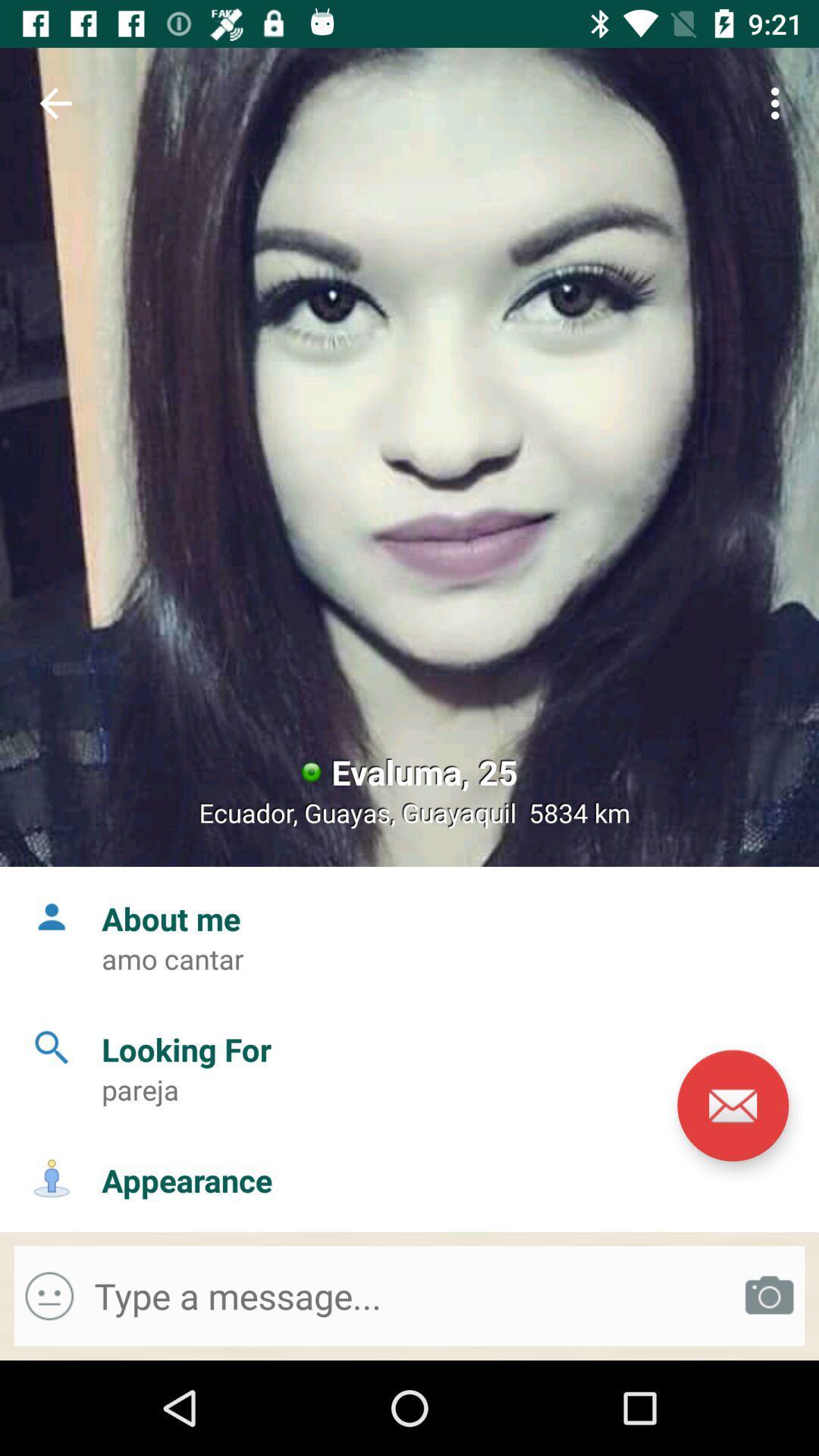 This screenshot has width=819, height=1456. Describe the element at coordinates (732, 1106) in the screenshot. I see `the email icon` at that location.